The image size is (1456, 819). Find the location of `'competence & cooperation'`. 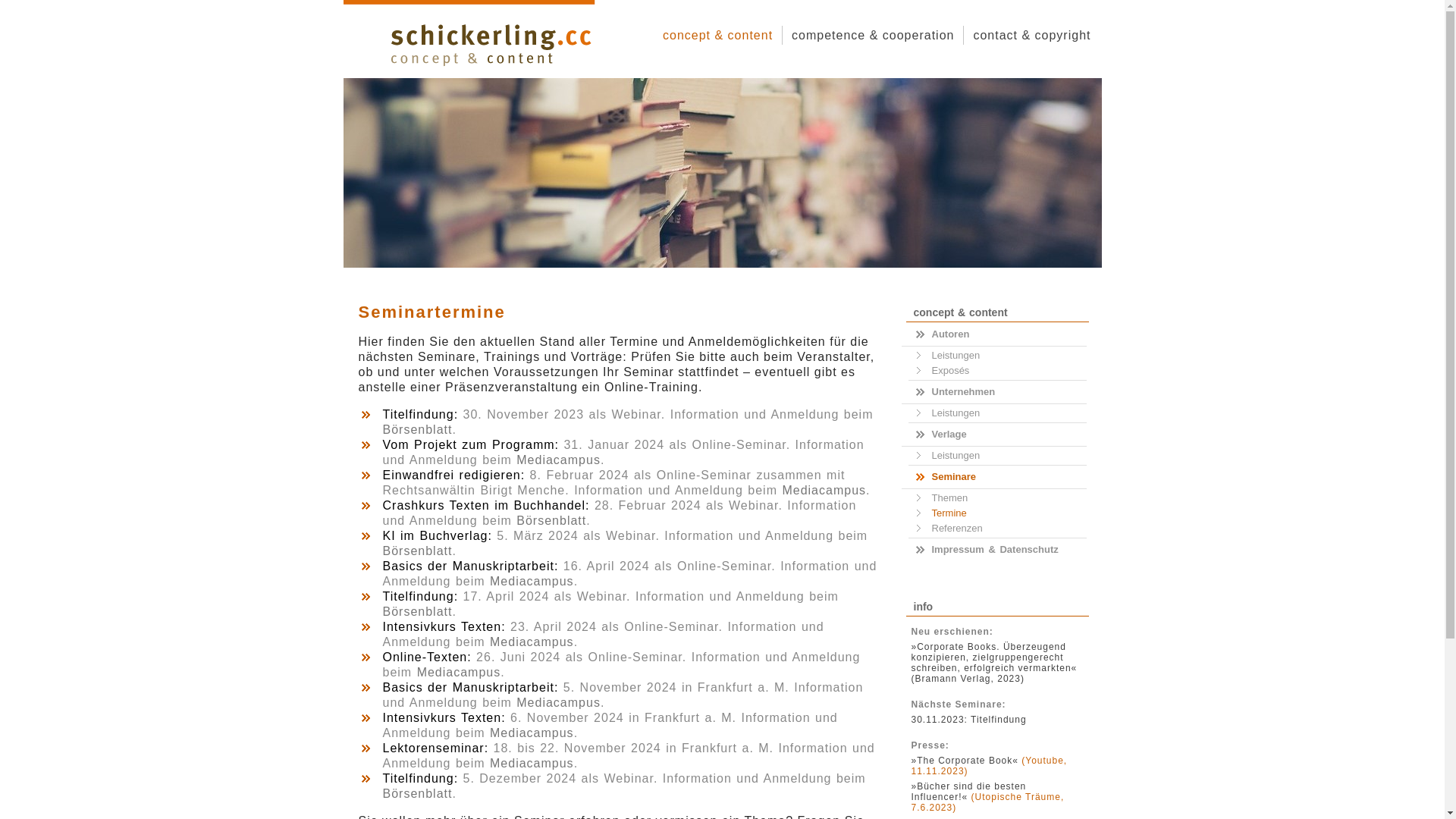

'competence & cooperation' is located at coordinates (873, 34).